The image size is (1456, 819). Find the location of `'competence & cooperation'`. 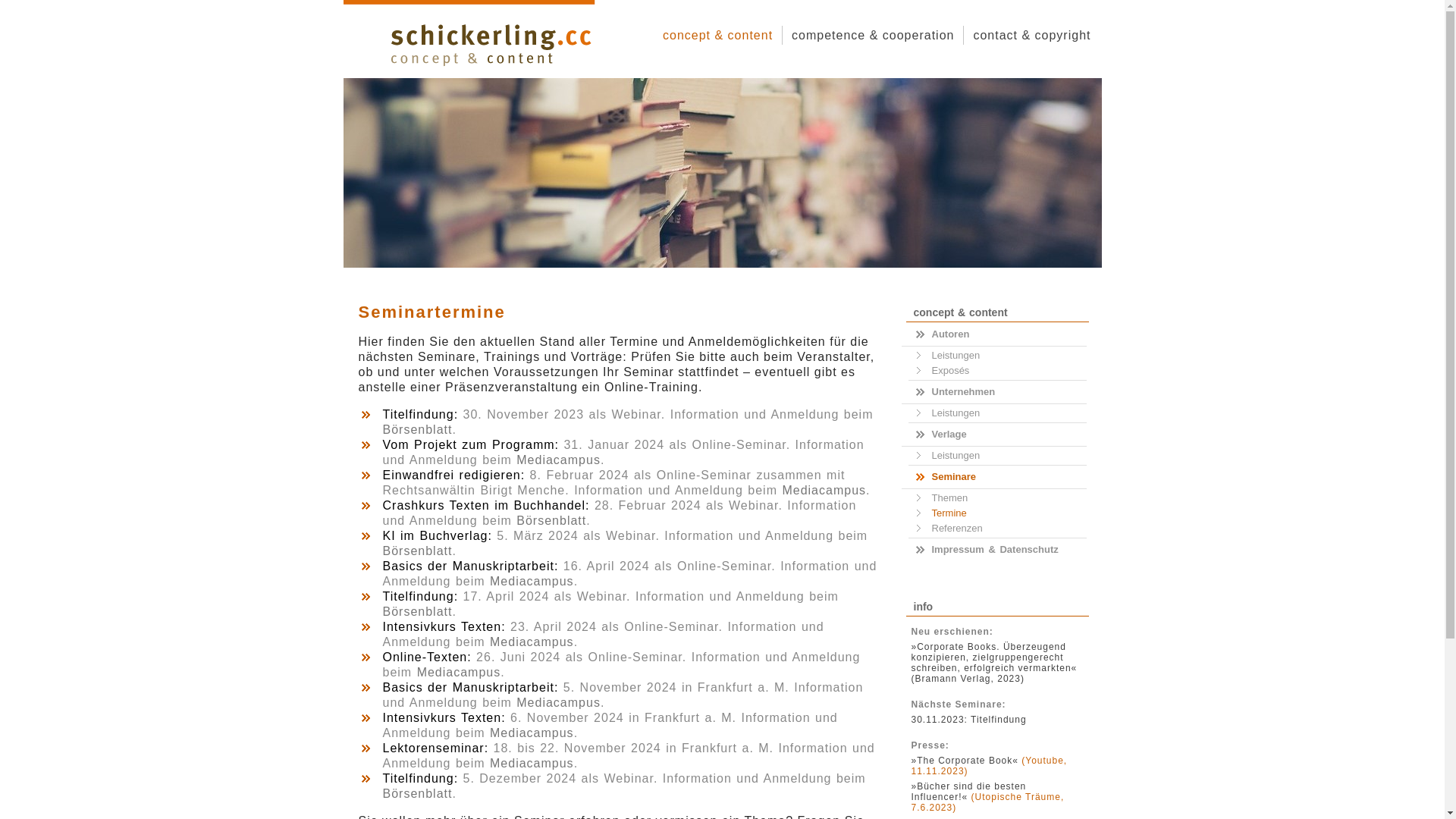

'competence & cooperation' is located at coordinates (873, 34).